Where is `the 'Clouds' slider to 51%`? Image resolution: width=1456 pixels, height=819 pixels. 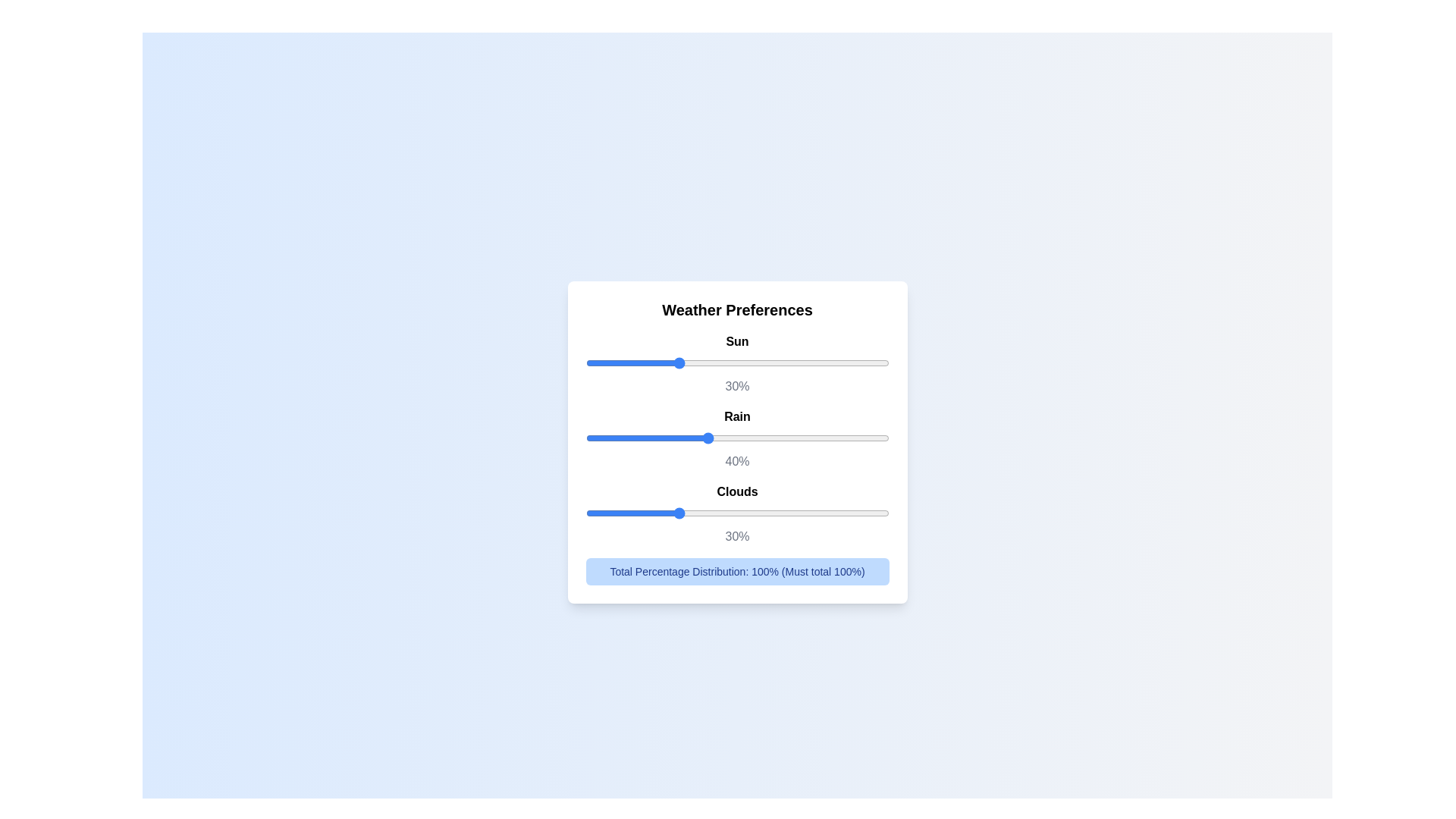
the 'Clouds' slider to 51% is located at coordinates (740, 512).